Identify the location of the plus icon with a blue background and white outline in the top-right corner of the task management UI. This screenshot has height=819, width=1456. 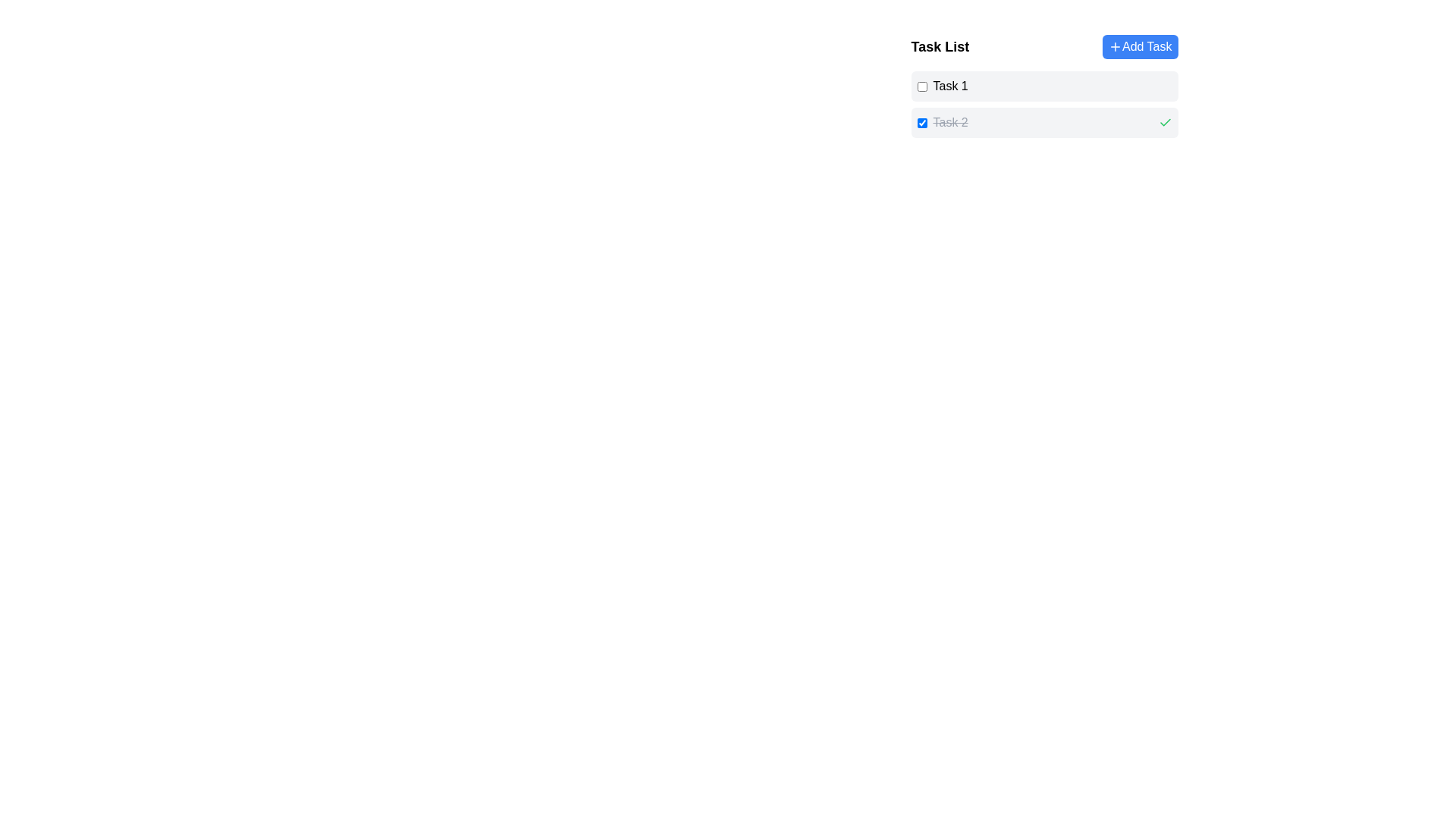
(1115, 45).